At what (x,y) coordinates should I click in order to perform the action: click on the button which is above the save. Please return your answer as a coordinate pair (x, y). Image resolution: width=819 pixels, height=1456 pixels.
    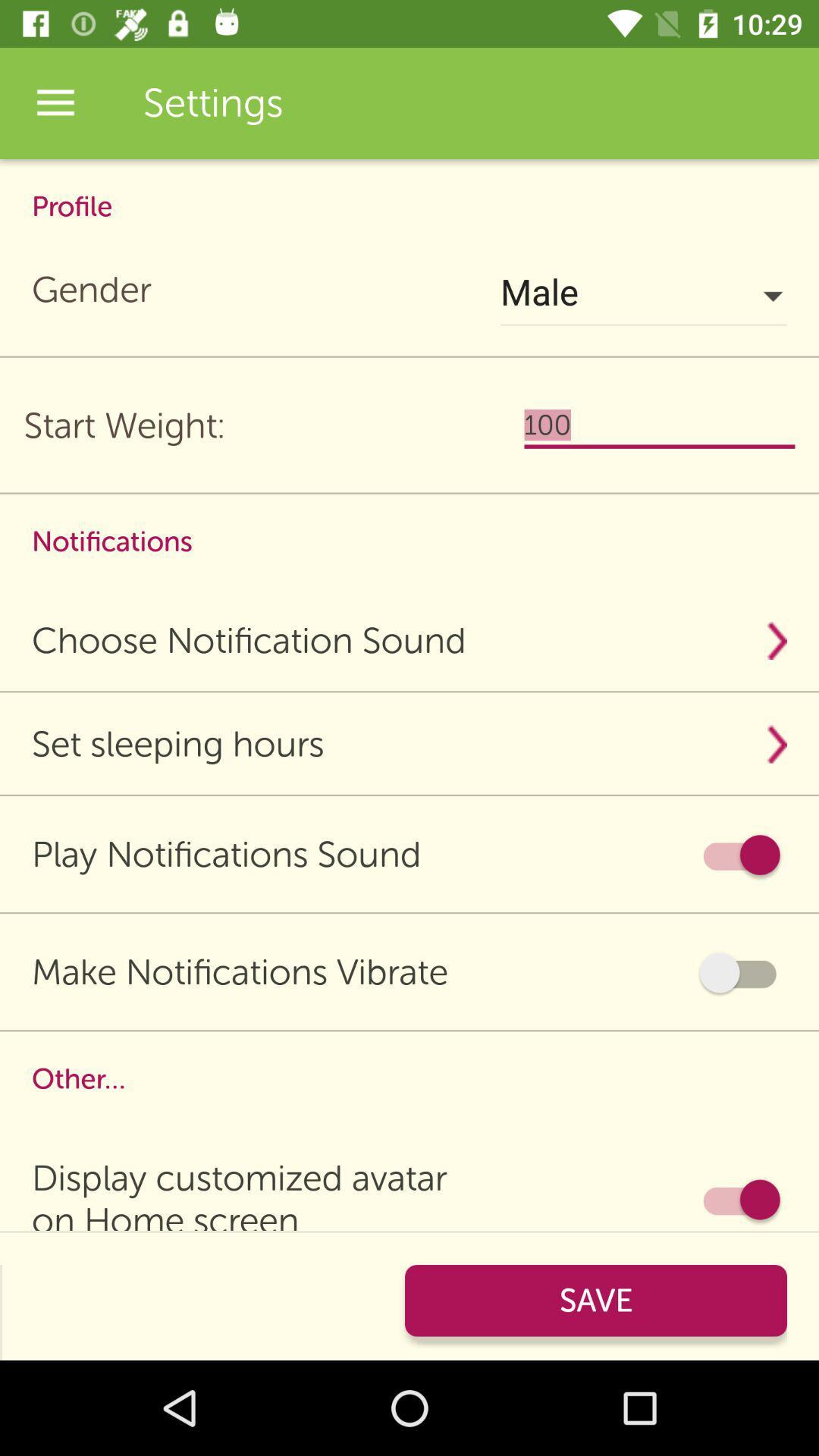
    Looking at the image, I should click on (739, 1199).